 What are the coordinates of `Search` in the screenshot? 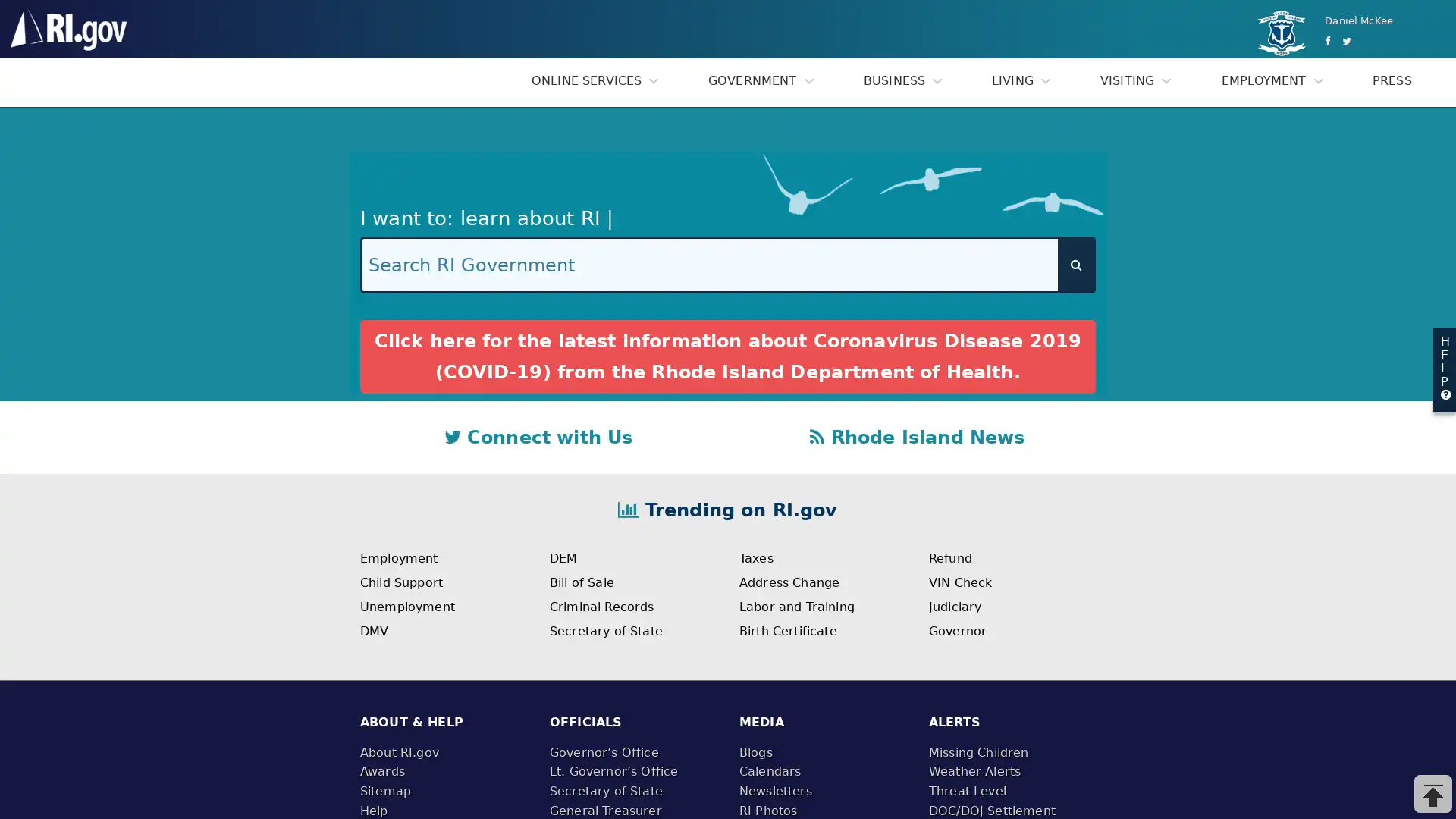 It's located at (1075, 264).